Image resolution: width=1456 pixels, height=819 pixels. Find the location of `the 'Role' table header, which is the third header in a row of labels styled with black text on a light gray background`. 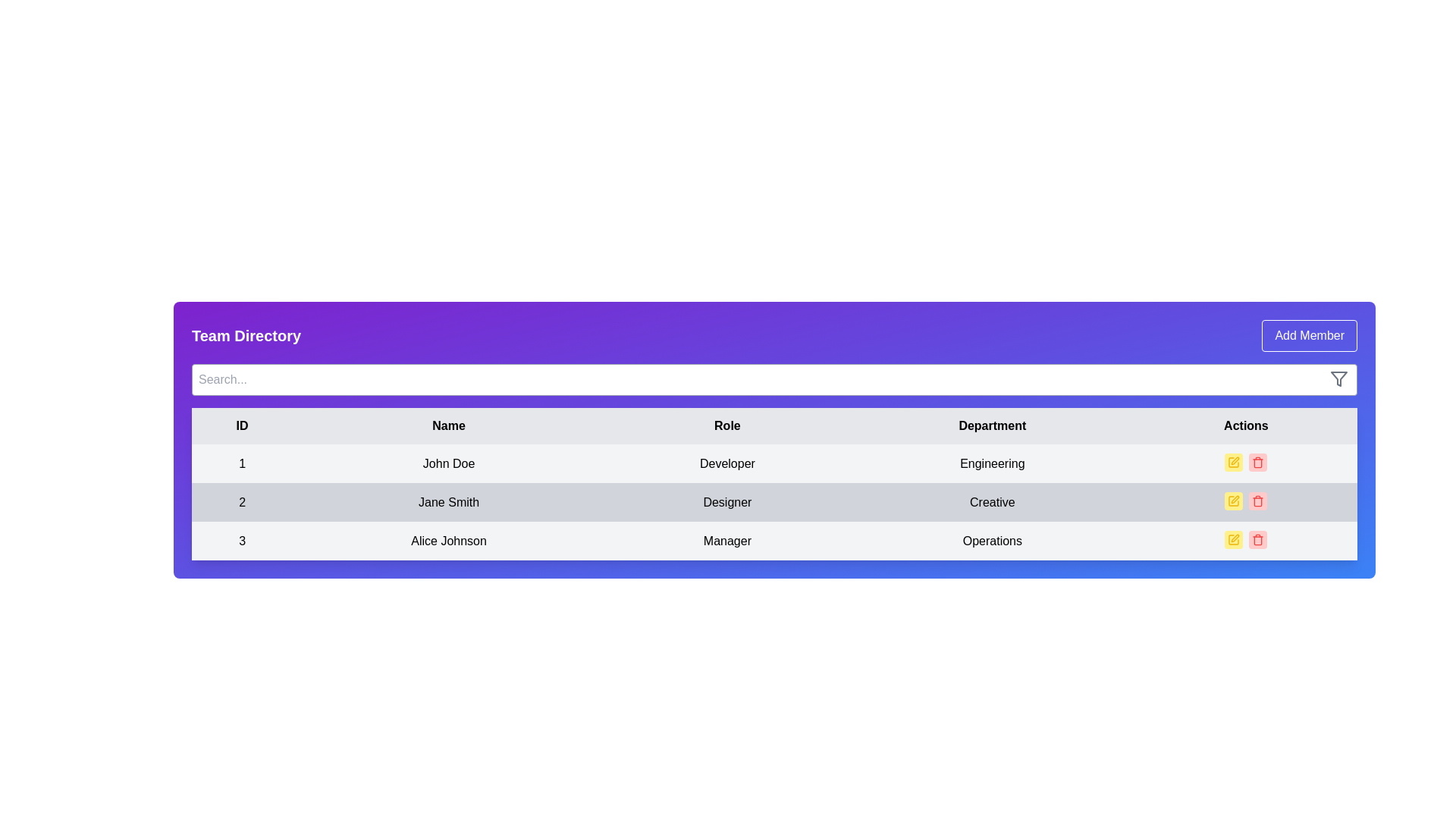

the 'Role' table header, which is the third header in a row of labels styled with black text on a light gray background is located at coordinates (726, 426).